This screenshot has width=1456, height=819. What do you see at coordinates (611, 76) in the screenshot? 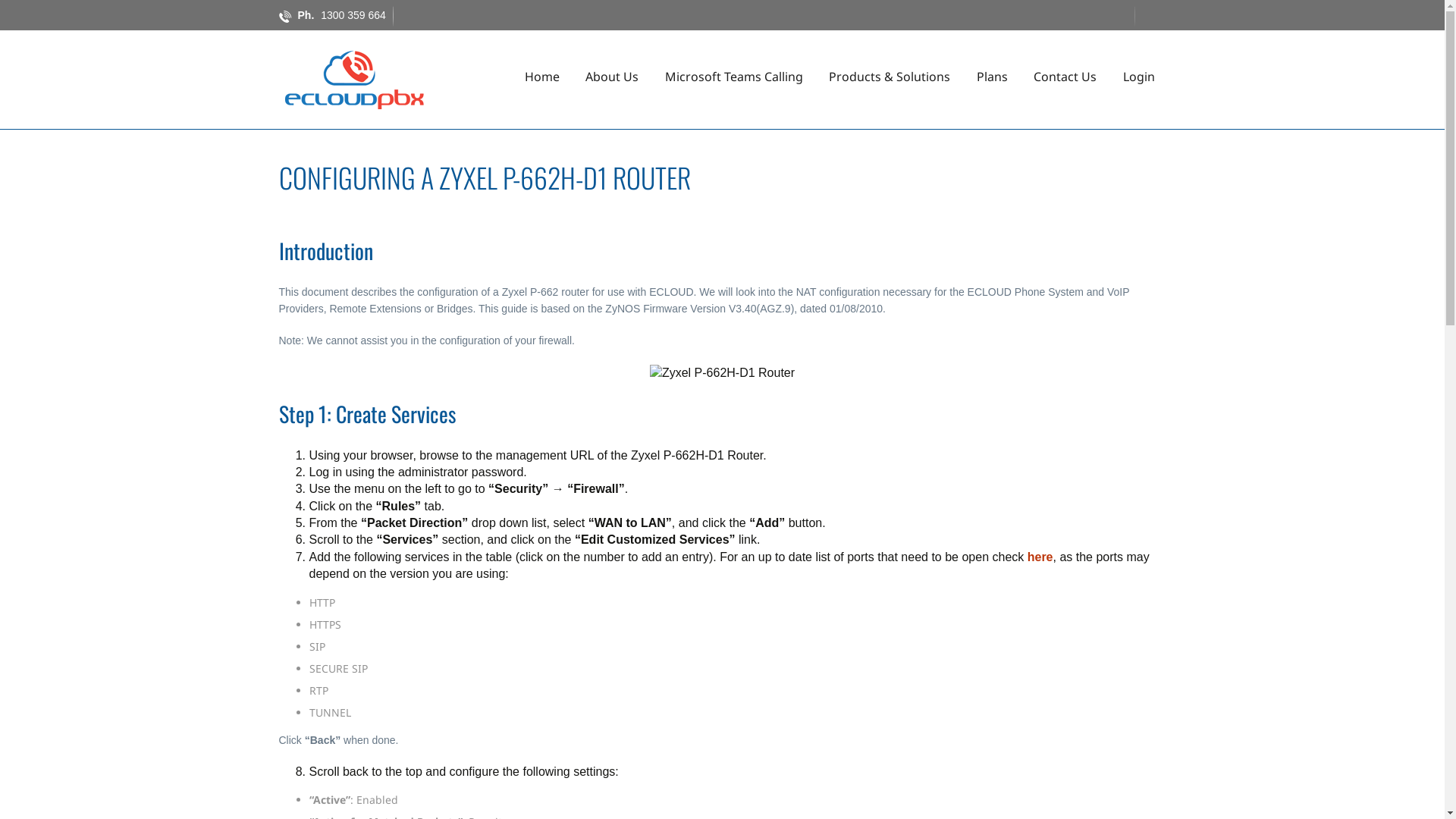
I see `'About Us'` at bounding box center [611, 76].